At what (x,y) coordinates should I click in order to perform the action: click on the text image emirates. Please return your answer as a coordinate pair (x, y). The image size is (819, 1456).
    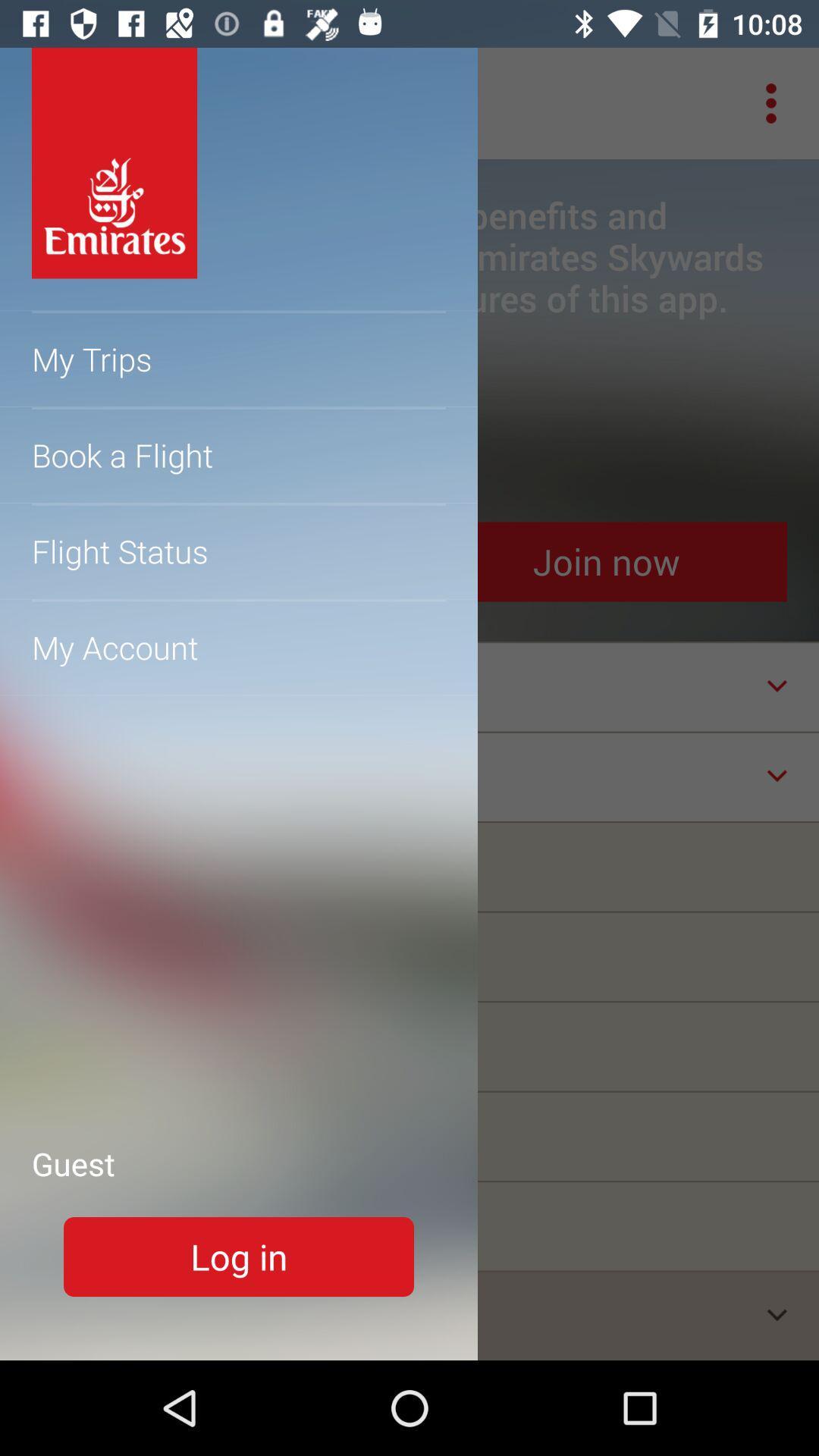
    Looking at the image, I should click on (113, 163).